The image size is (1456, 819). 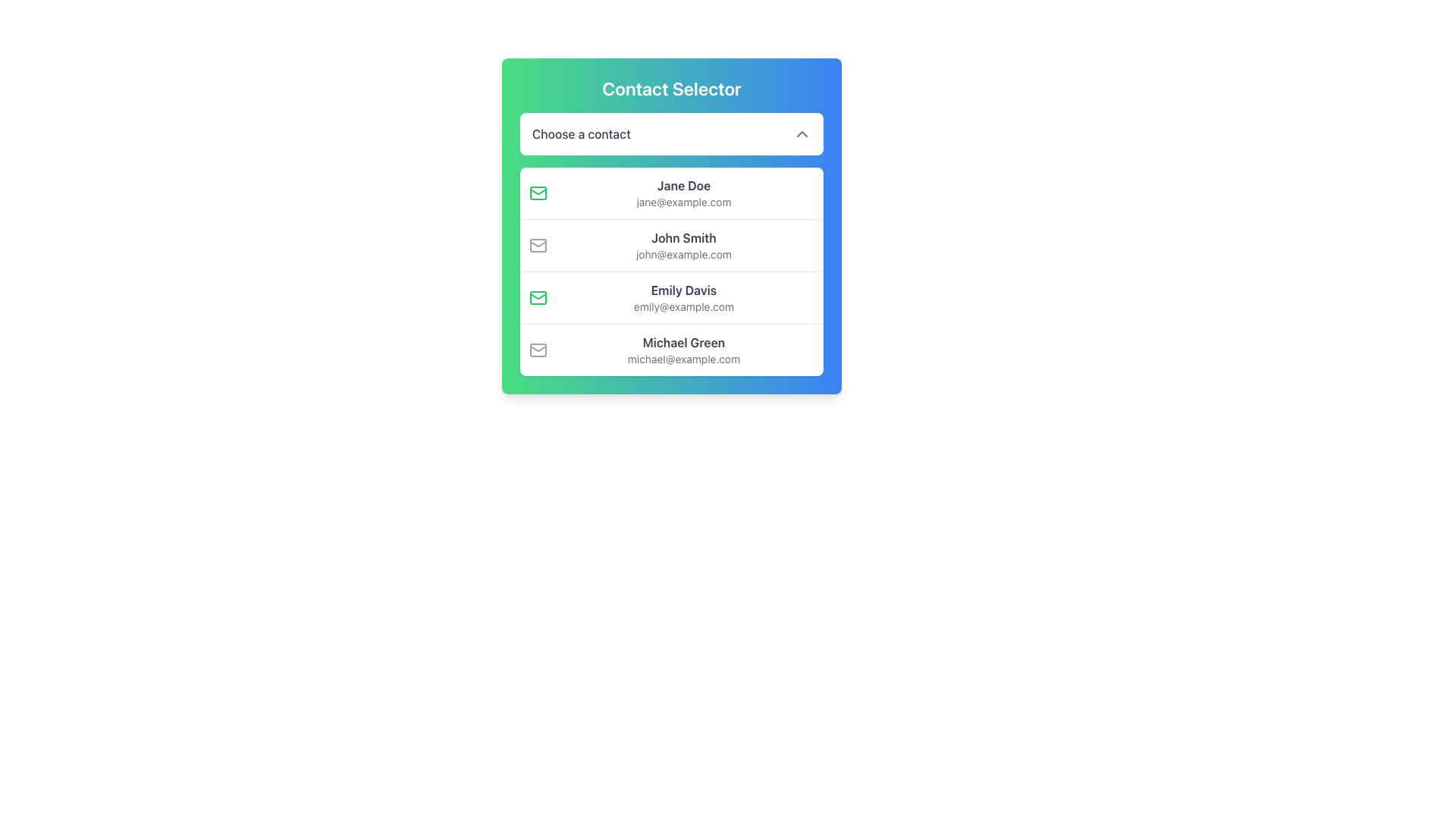 What do you see at coordinates (683, 359) in the screenshot?
I see `the email address label displaying the contact details for 'Michael Green', which is the last entry in a horizontal list of contacts` at bounding box center [683, 359].